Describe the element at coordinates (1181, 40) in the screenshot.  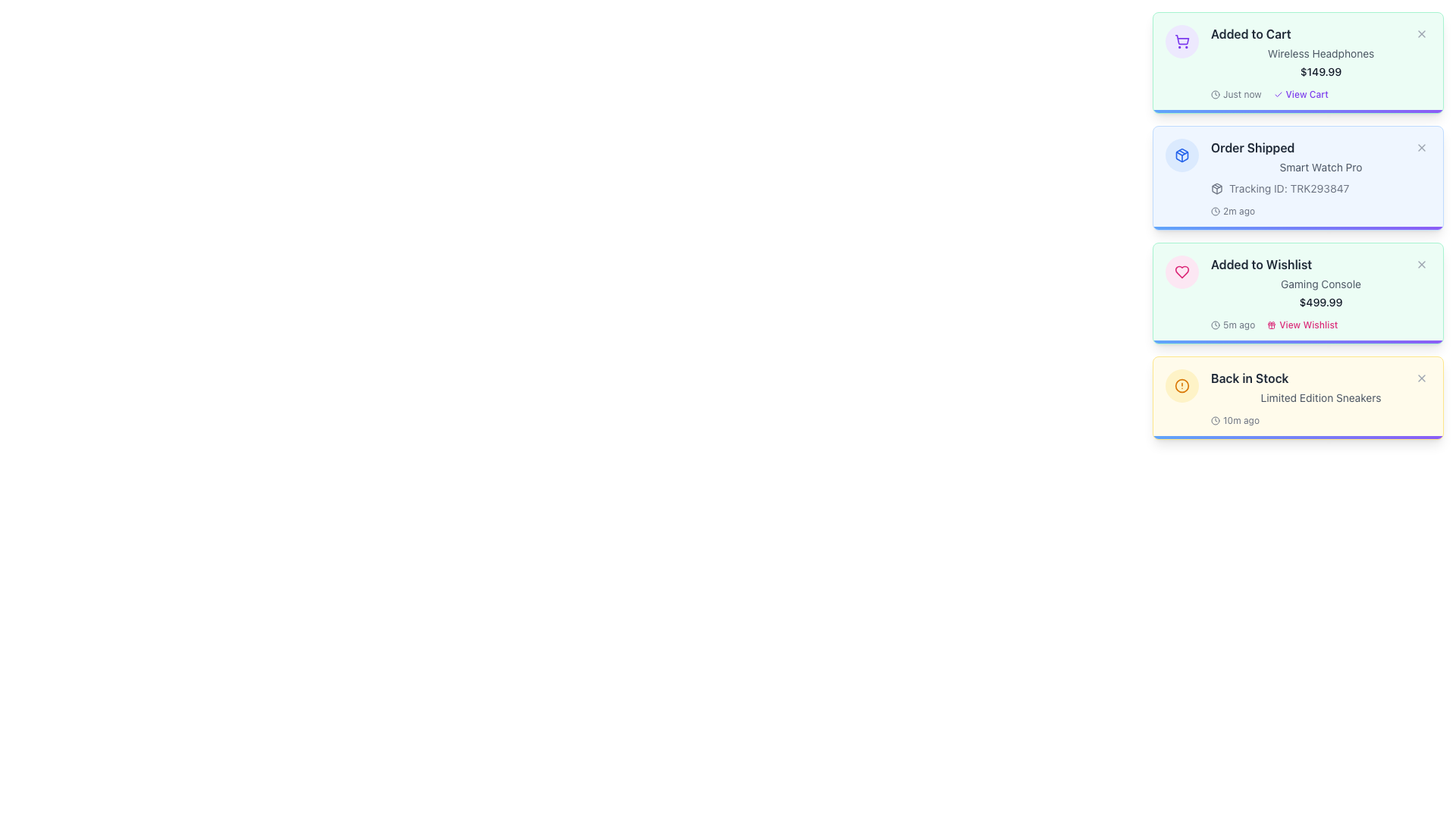
I see `the shopping cart icon, which is a minimalistic outline style with a rounded rectangle body and two circles as wheels, located at the top of the notification list` at that location.